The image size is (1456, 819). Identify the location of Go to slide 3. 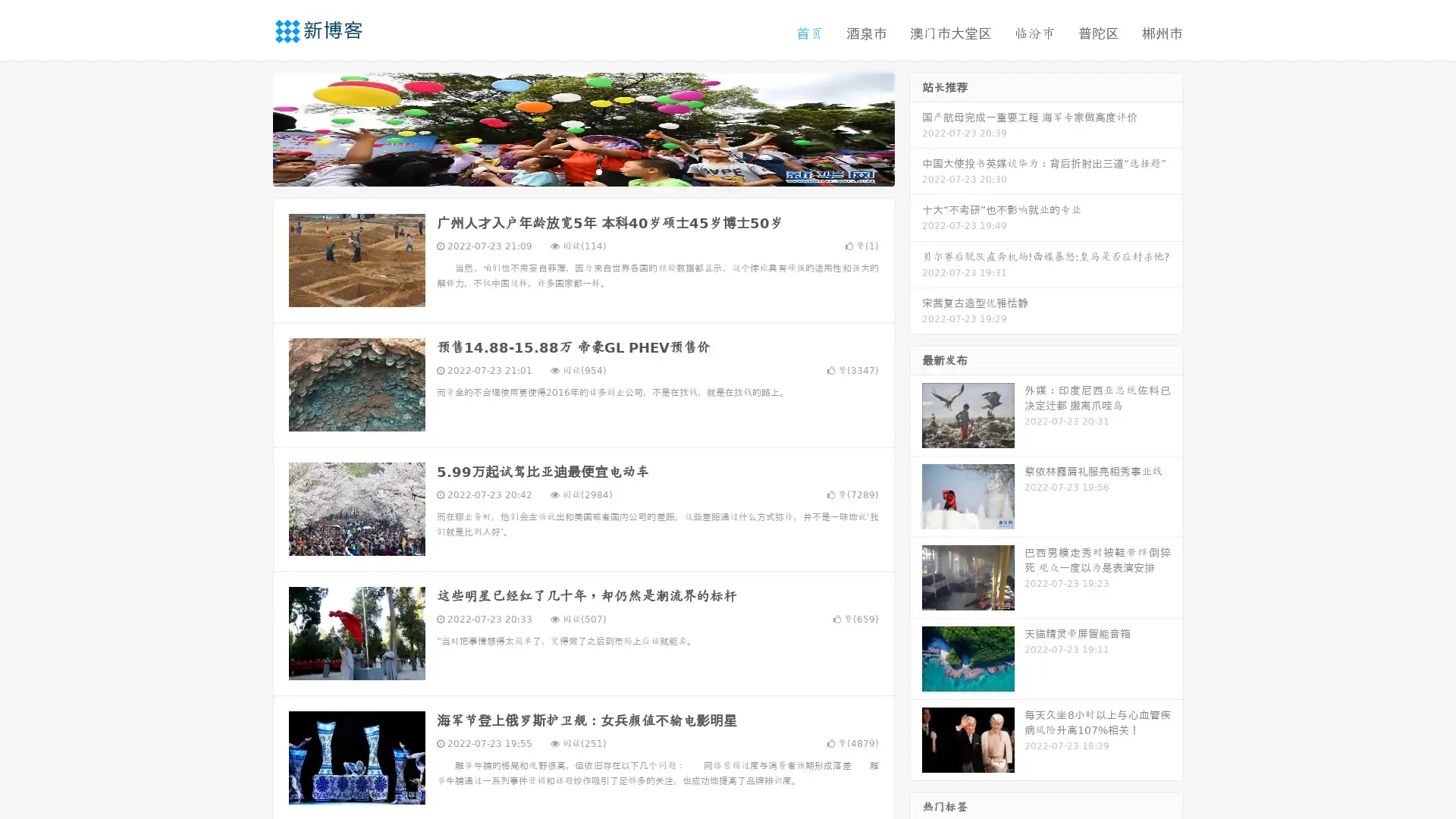
(598, 171).